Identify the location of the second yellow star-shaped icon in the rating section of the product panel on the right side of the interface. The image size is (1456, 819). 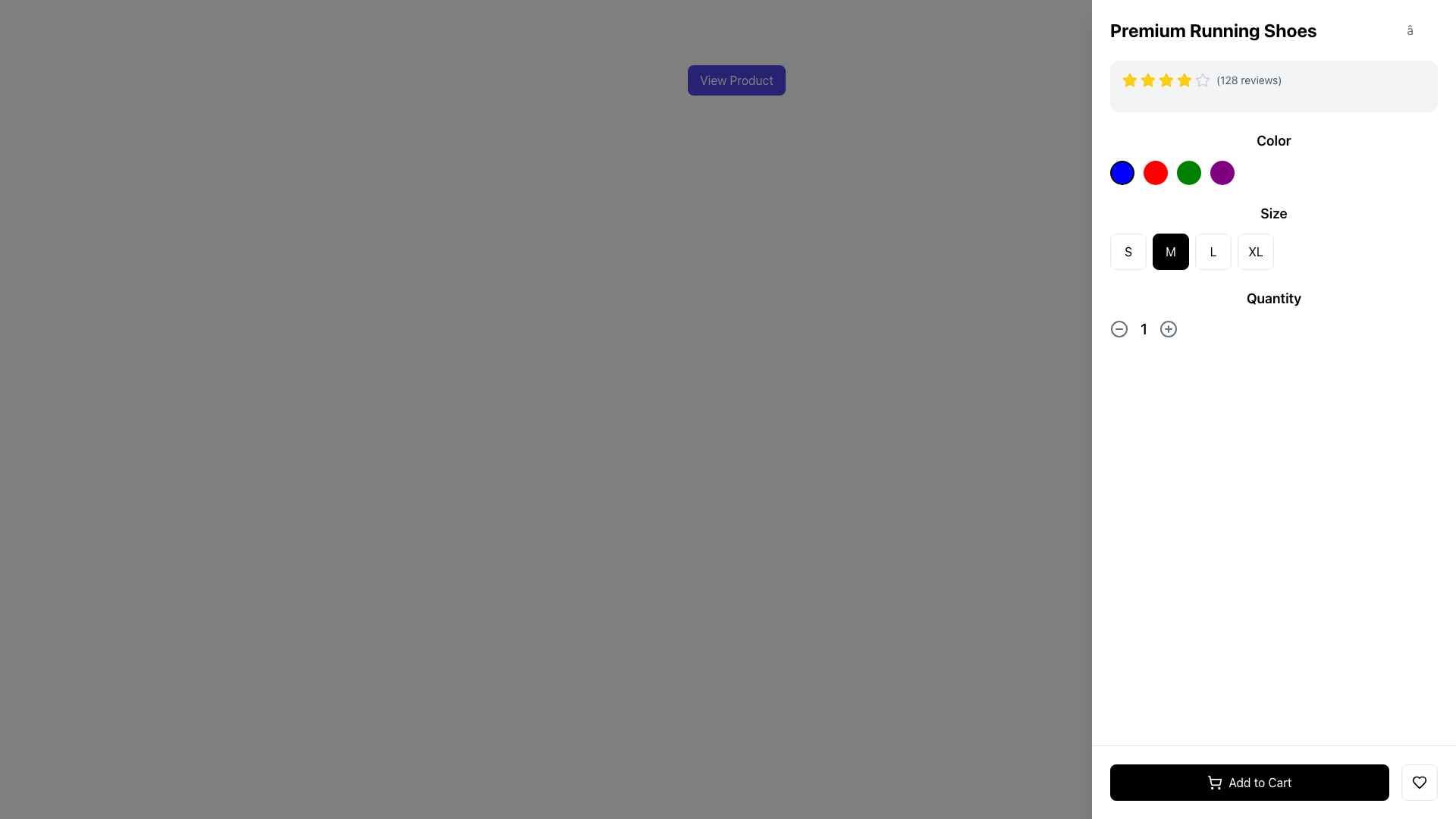
(1147, 80).